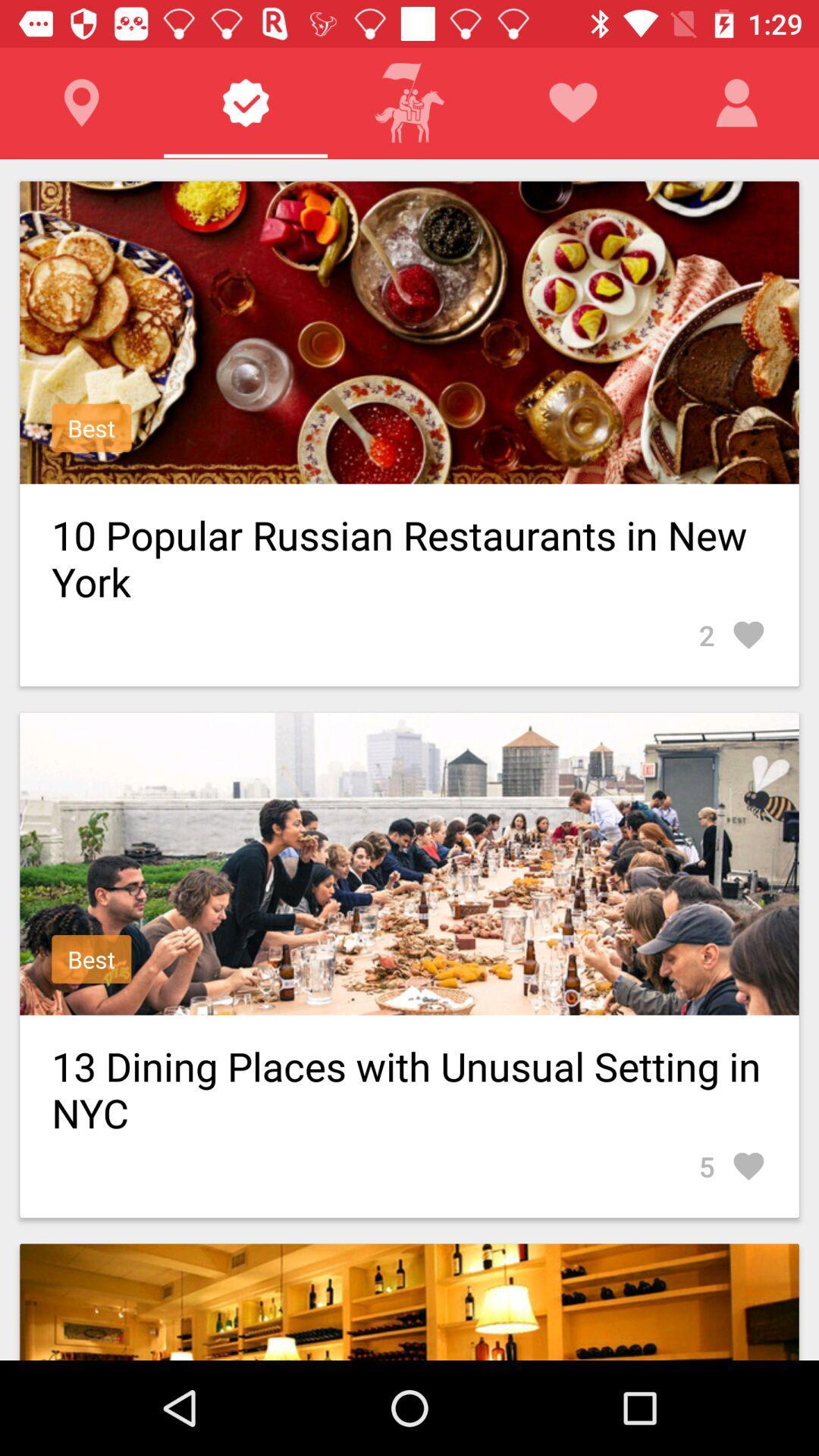 This screenshot has height=1456, width=819. What do you see at coordinates (732, 635) in the screenshot?
I see `the 2 on the right` at bounding box center [732, 635].